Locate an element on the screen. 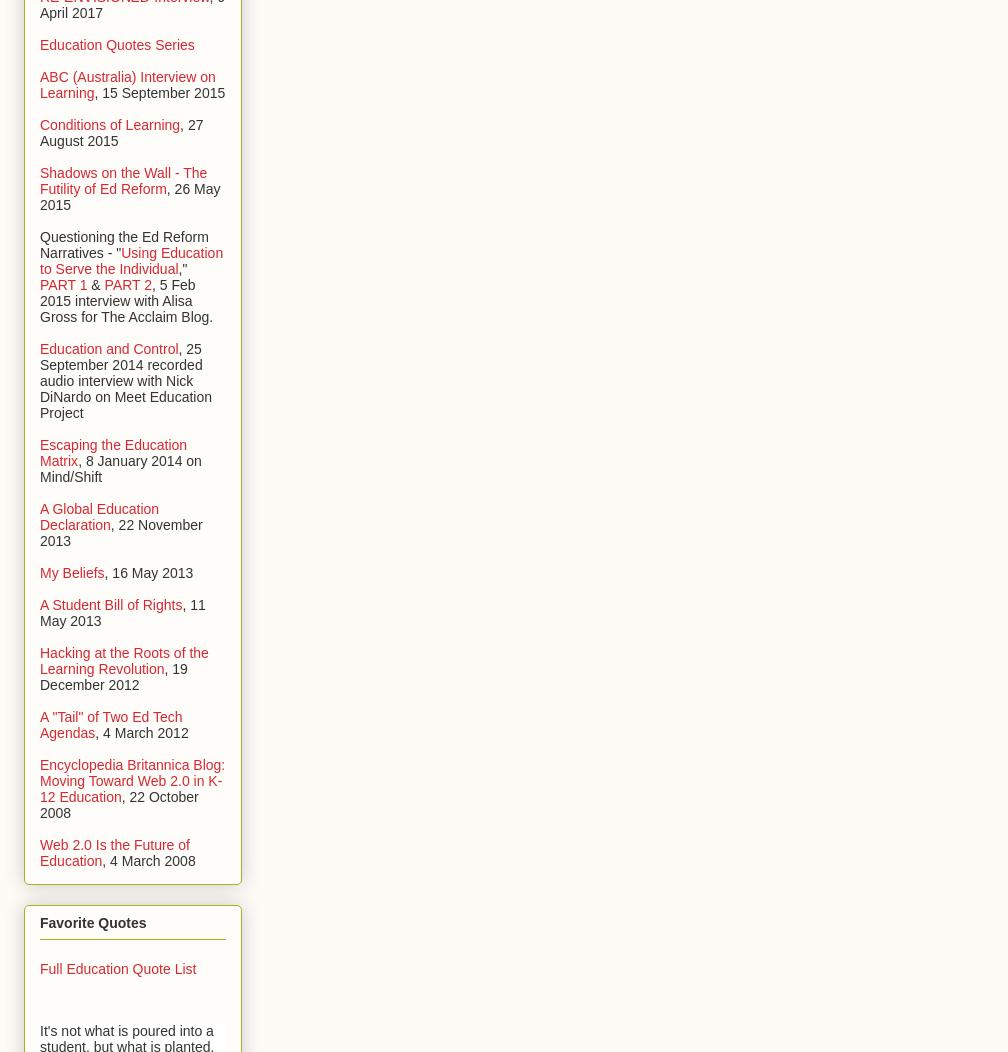  'PART 1' is located at coordinates (40, 284).